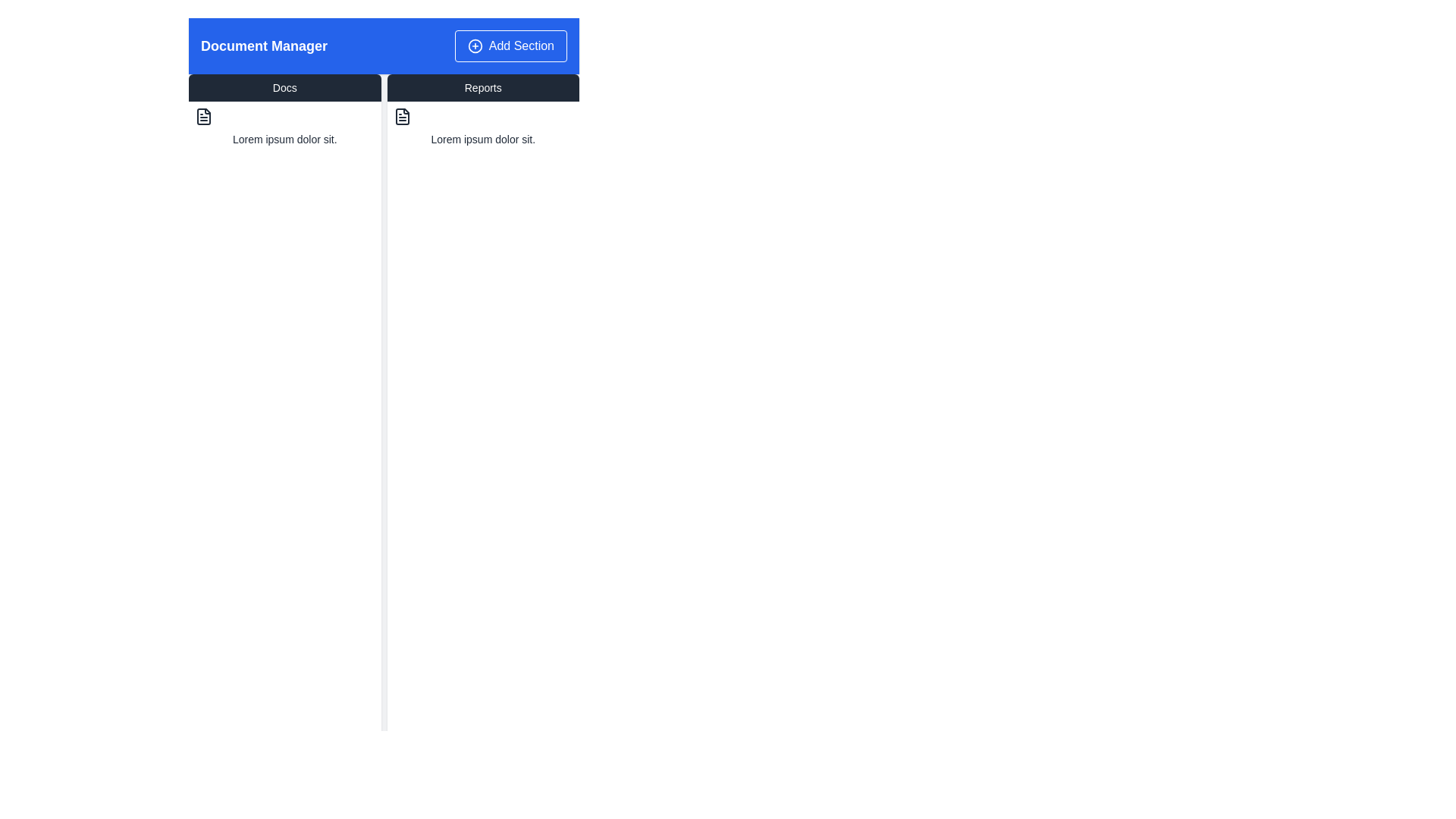 Image resolution: width=1456 pixels, height=819 pixels. What do you see at coordinates (482, 87) in the screenshot?
I see `the 'Reports' button, which is the second tab in the navigation sequence under the 'Document Manager' header` at bounding box center [482, 87].